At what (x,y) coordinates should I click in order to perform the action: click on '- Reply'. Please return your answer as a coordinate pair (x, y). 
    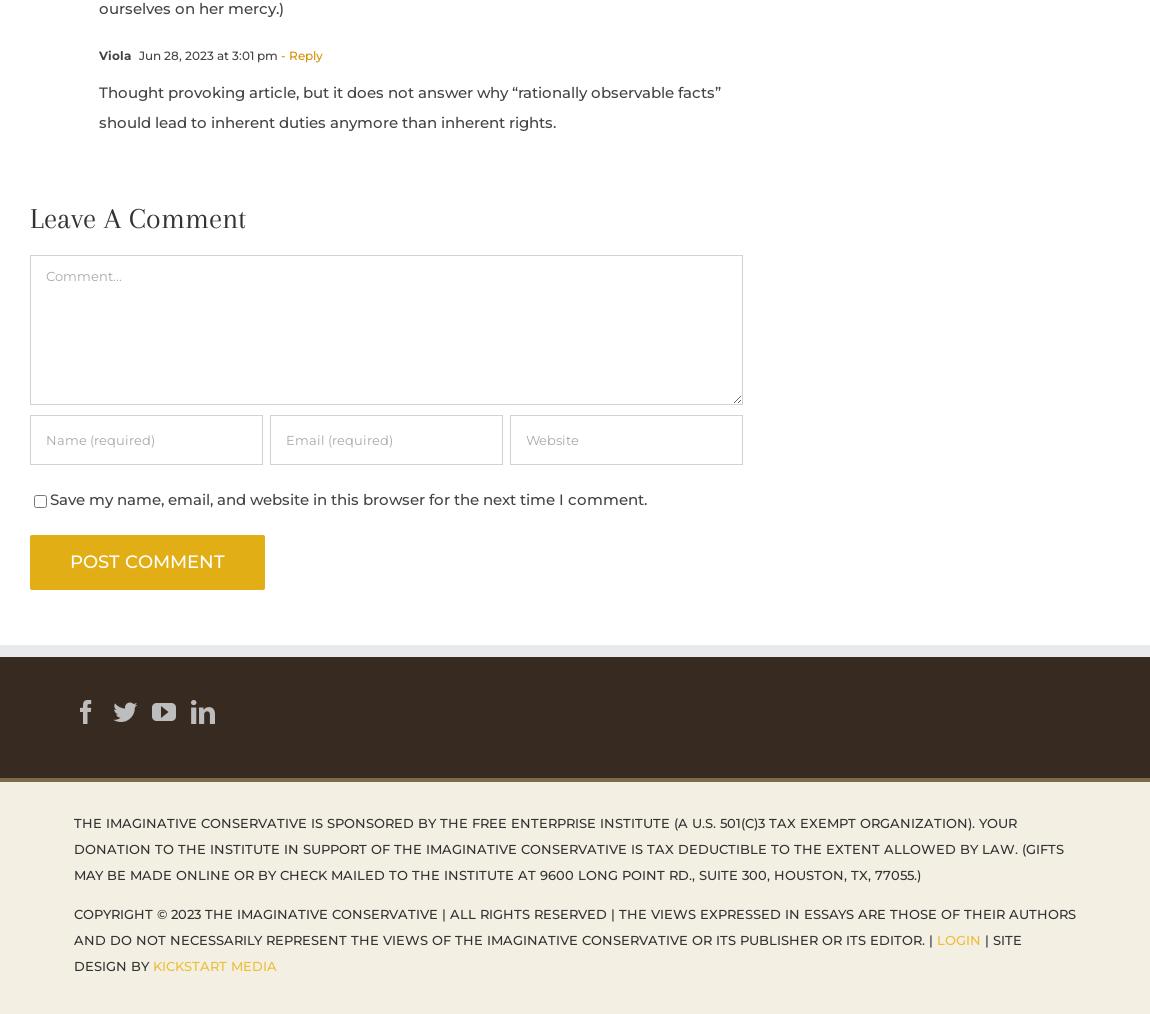
    Looking at the image, I should click on (300, 53).